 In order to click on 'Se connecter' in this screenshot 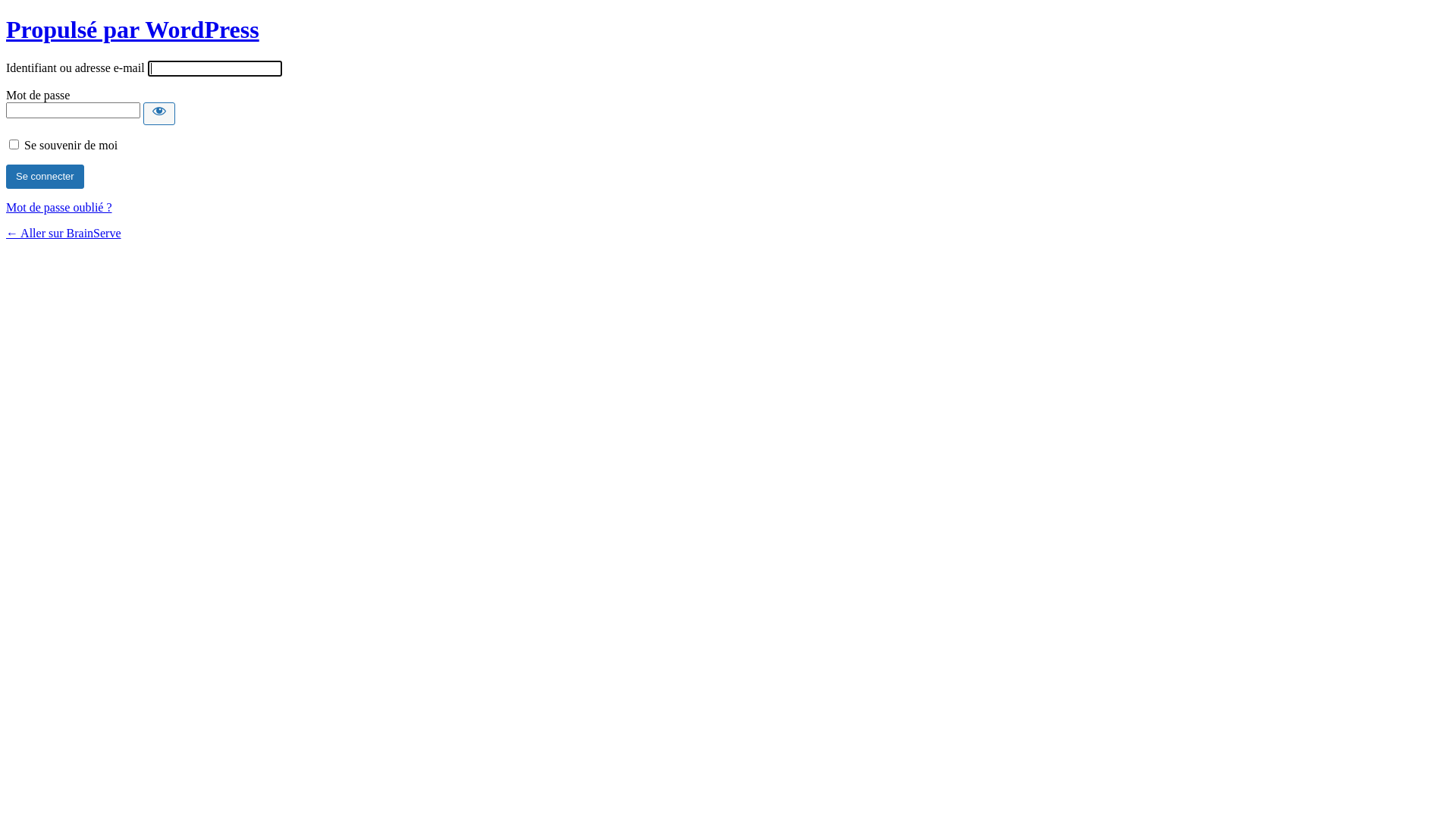, I will do `click(45, 175)`.